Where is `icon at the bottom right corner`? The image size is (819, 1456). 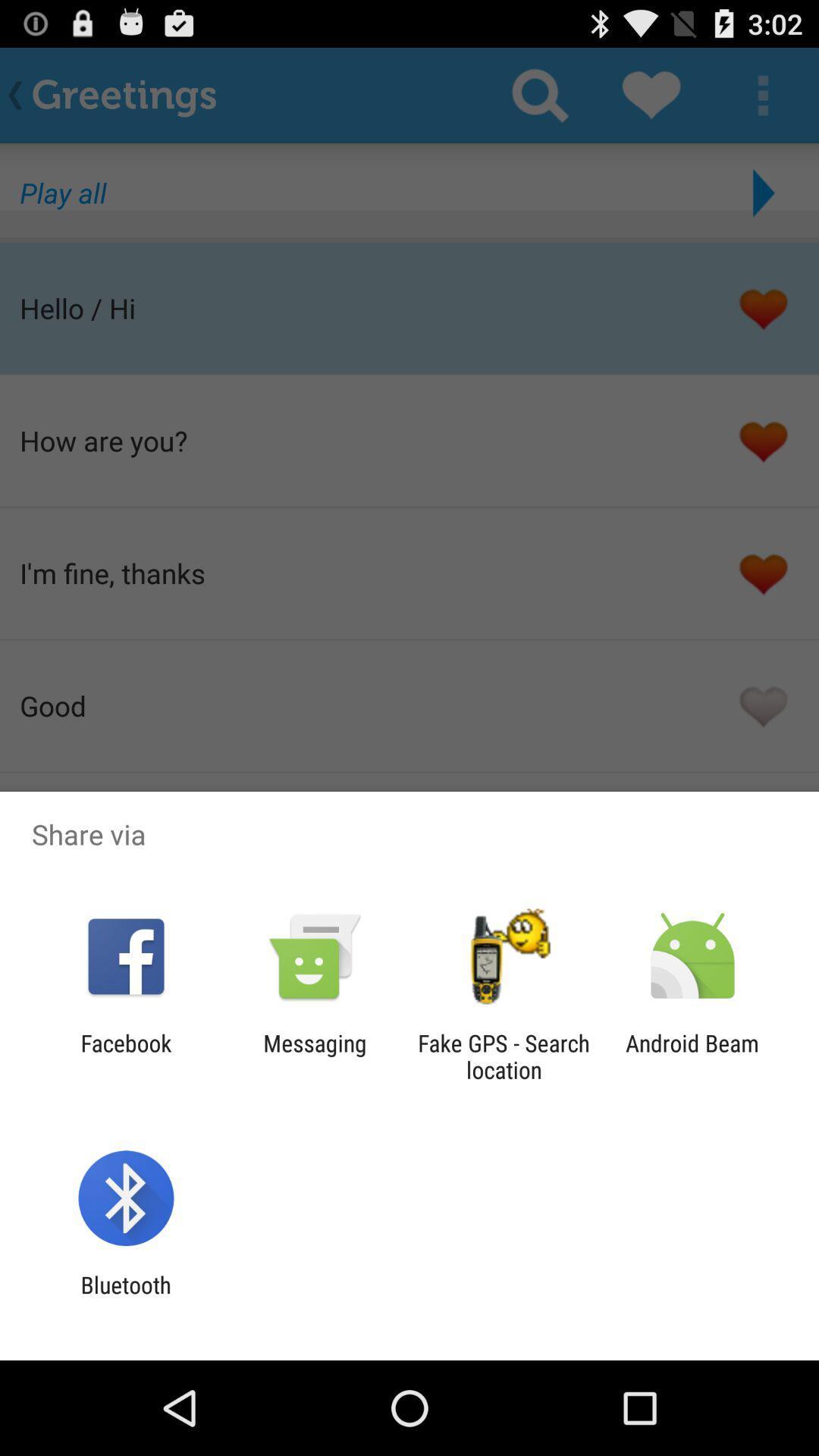
icon at the bottom right corner is located at coordinates (692, 1056).